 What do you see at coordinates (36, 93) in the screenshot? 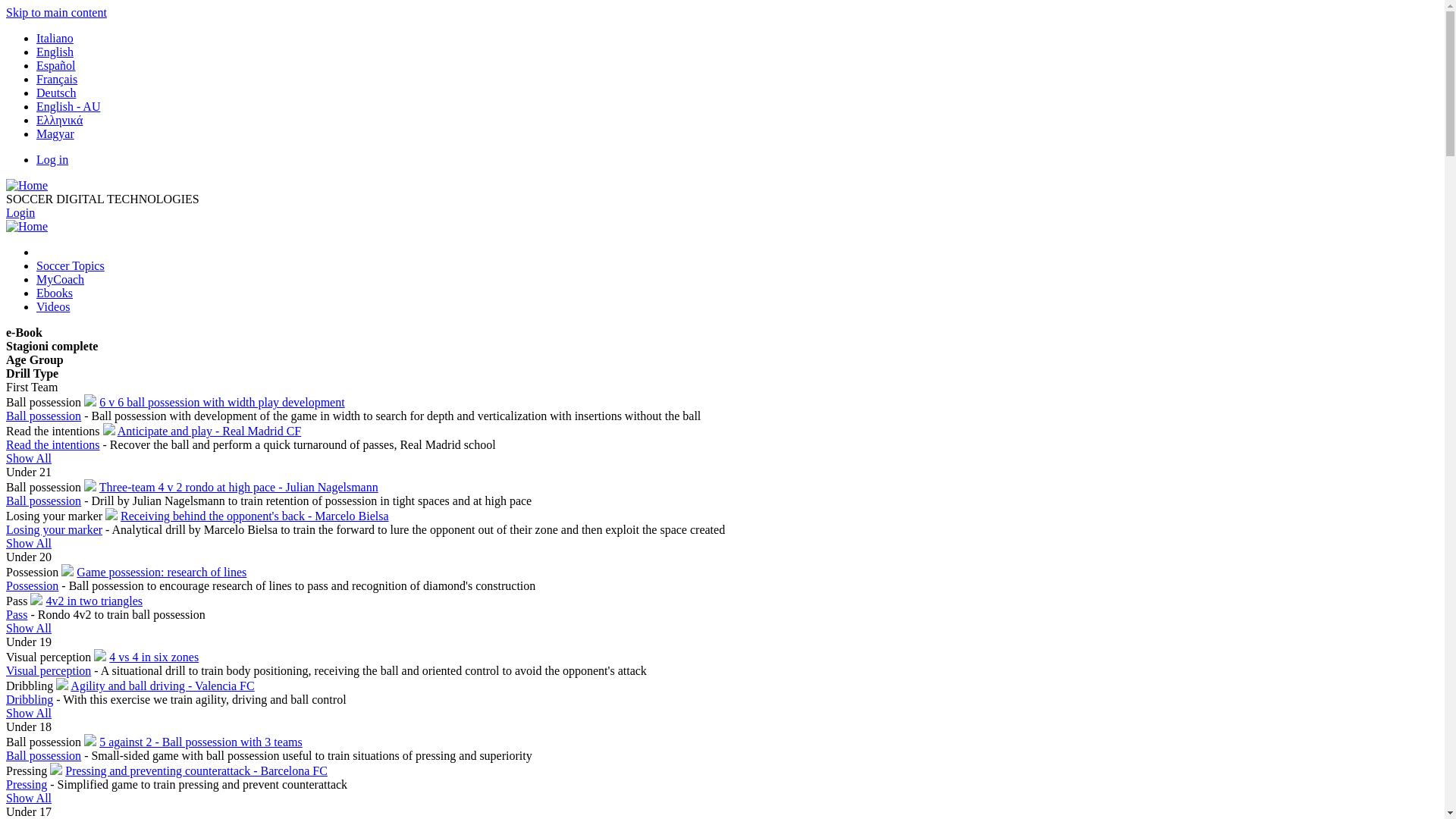
I see `'Deutsch'` at bounding box center [36, 93].